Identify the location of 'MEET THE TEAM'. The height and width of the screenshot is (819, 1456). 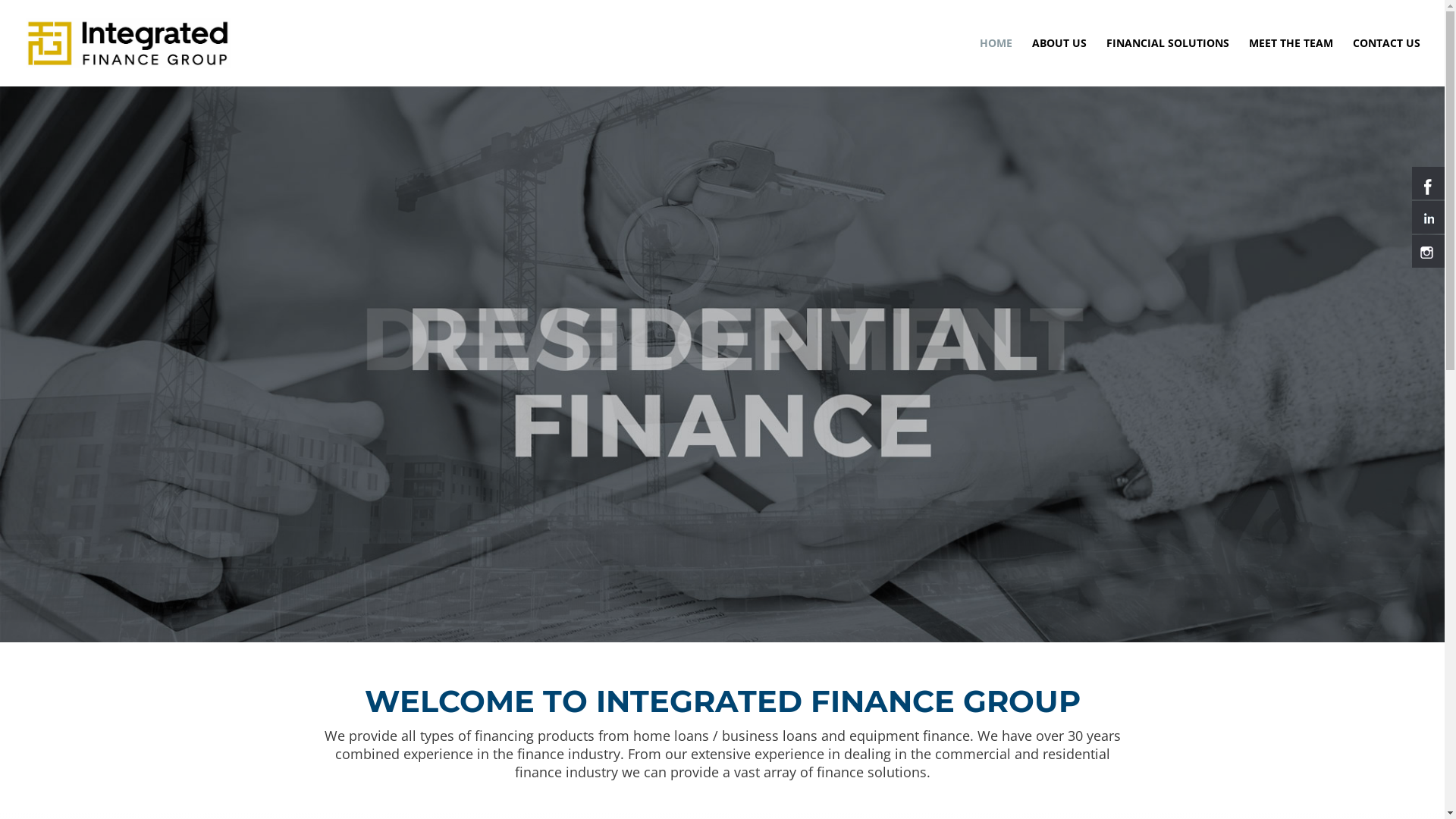
(1290, 61).